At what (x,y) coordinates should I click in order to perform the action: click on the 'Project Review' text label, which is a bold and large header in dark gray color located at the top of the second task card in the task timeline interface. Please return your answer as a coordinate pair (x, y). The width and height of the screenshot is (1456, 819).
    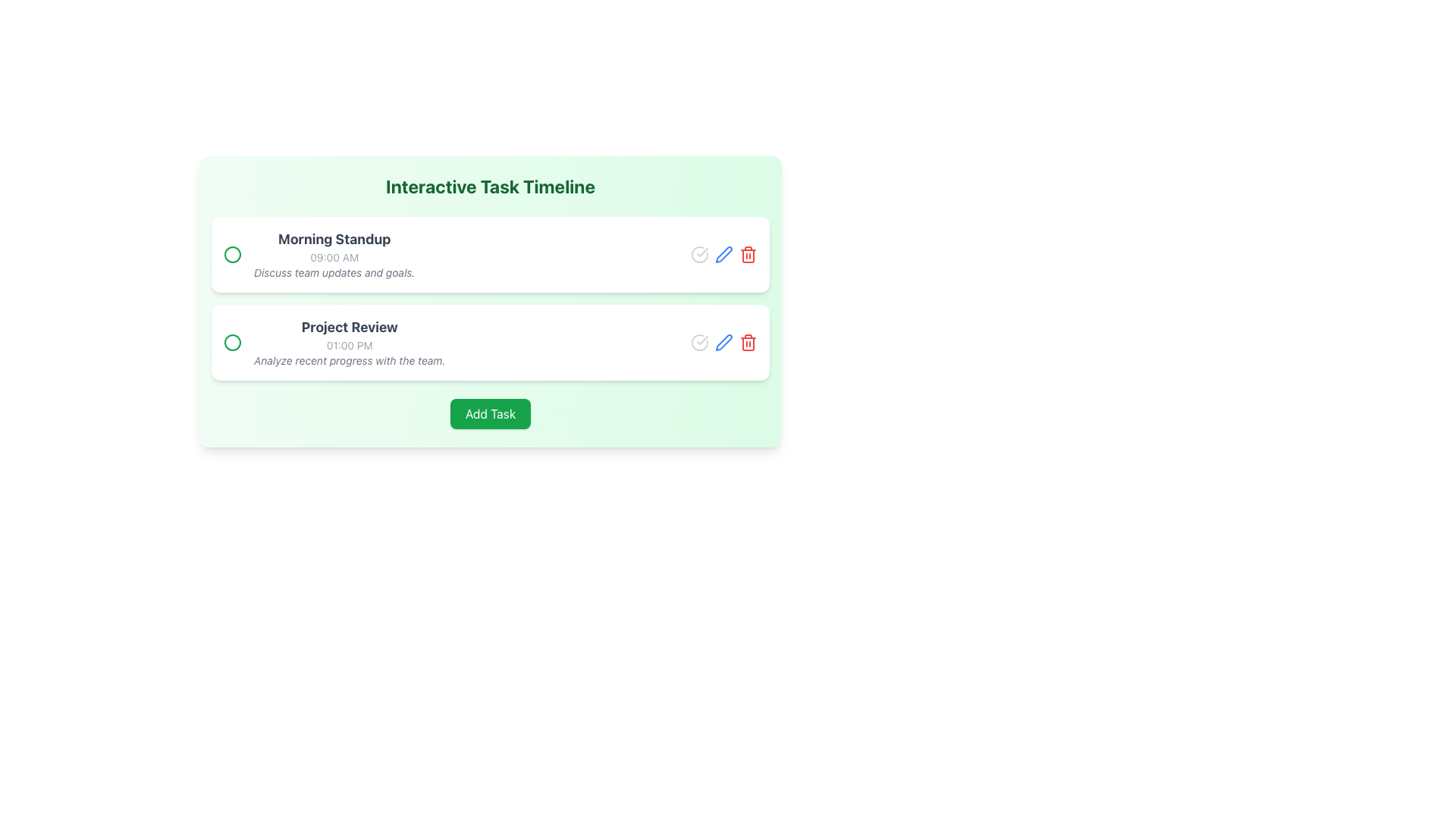
    Looking at the image, I should click on (349, 327).